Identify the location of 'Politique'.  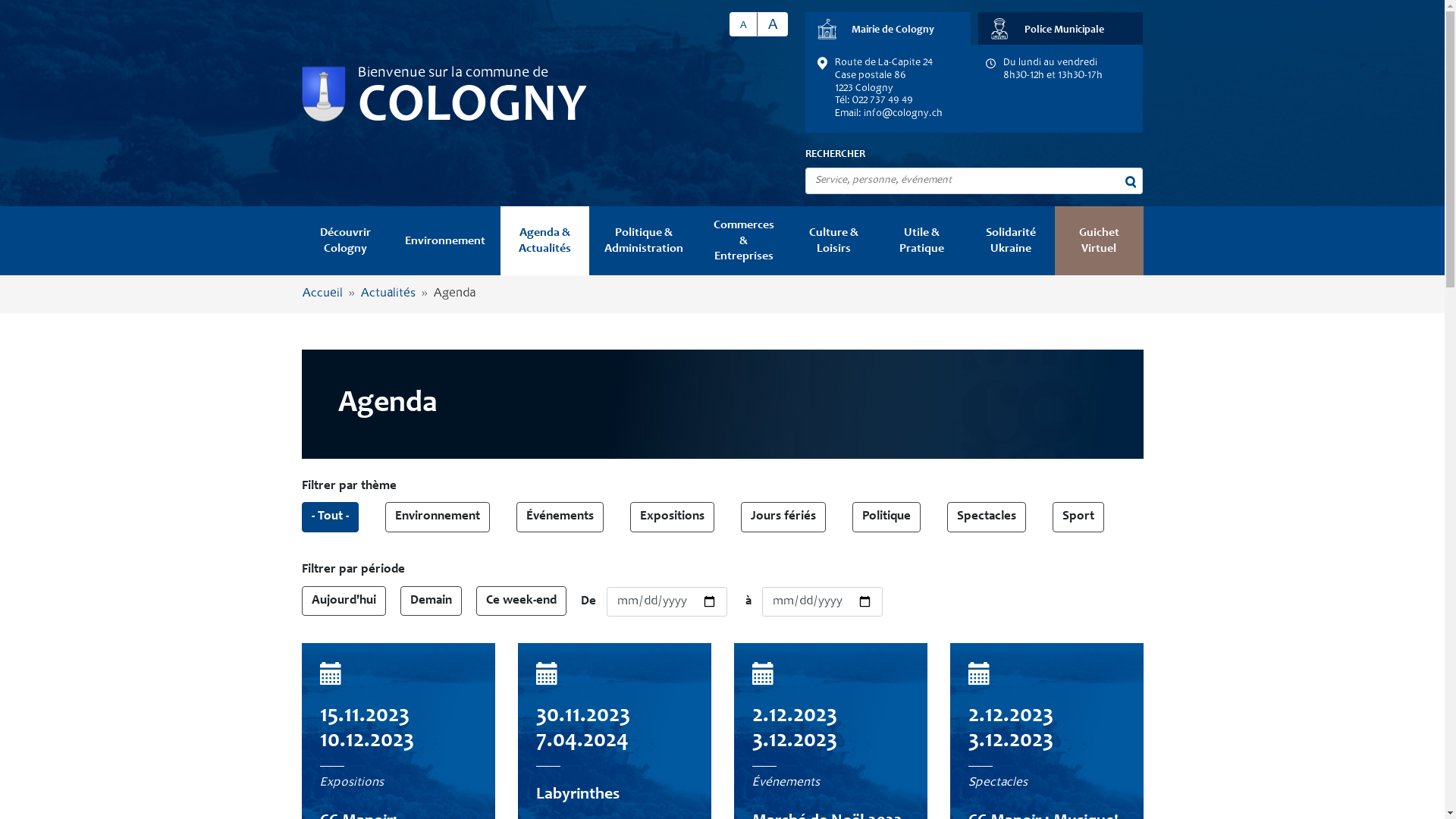
(886, 516).